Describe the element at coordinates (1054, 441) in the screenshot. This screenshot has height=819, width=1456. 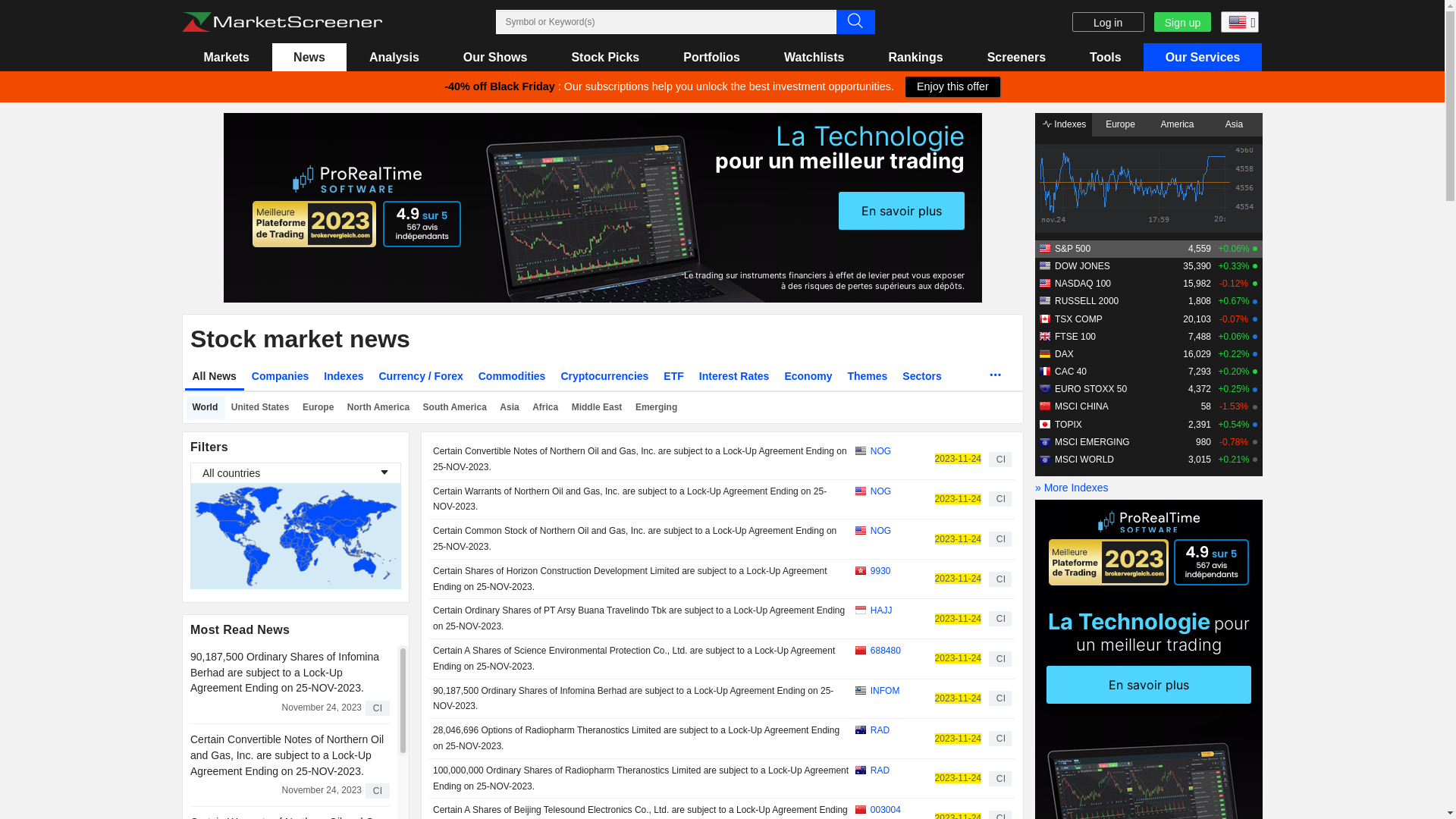
I see `'MSCI EMERGING'` at that location.